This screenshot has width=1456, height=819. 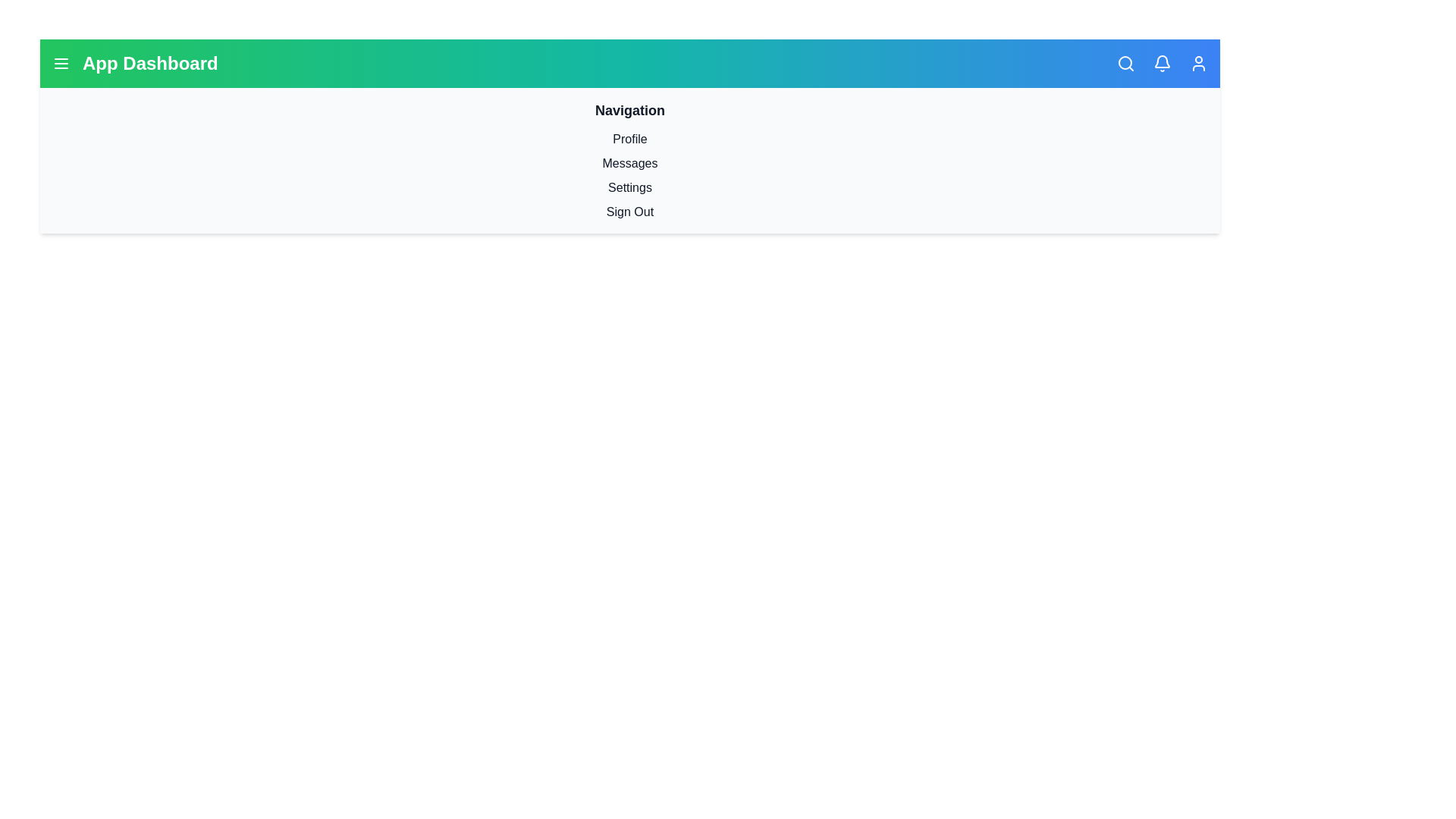 I want to click on the menu item Profile to observe its hover effect, so click(x=629, y=140).